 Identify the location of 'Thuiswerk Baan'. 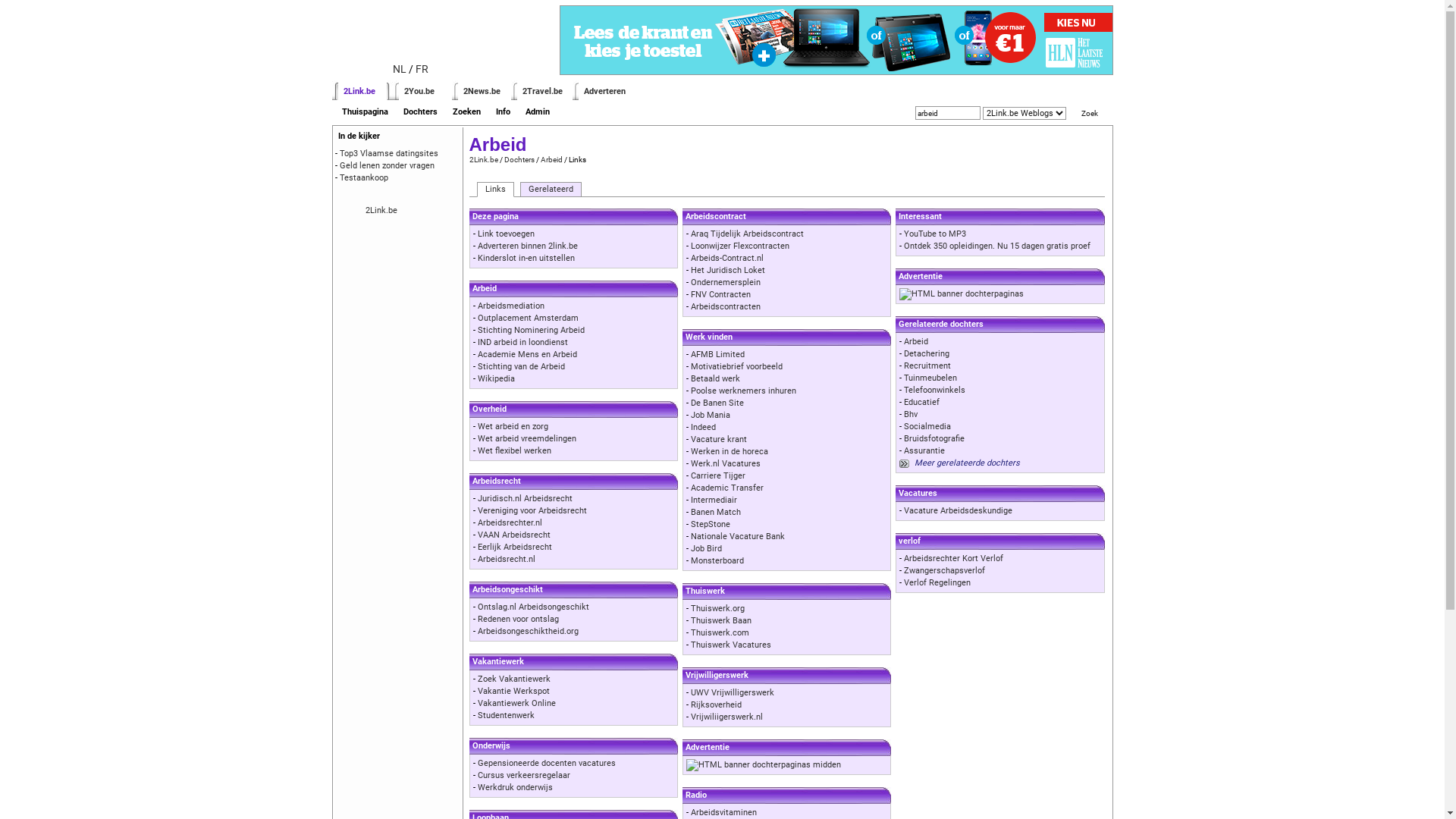
(720, 620).